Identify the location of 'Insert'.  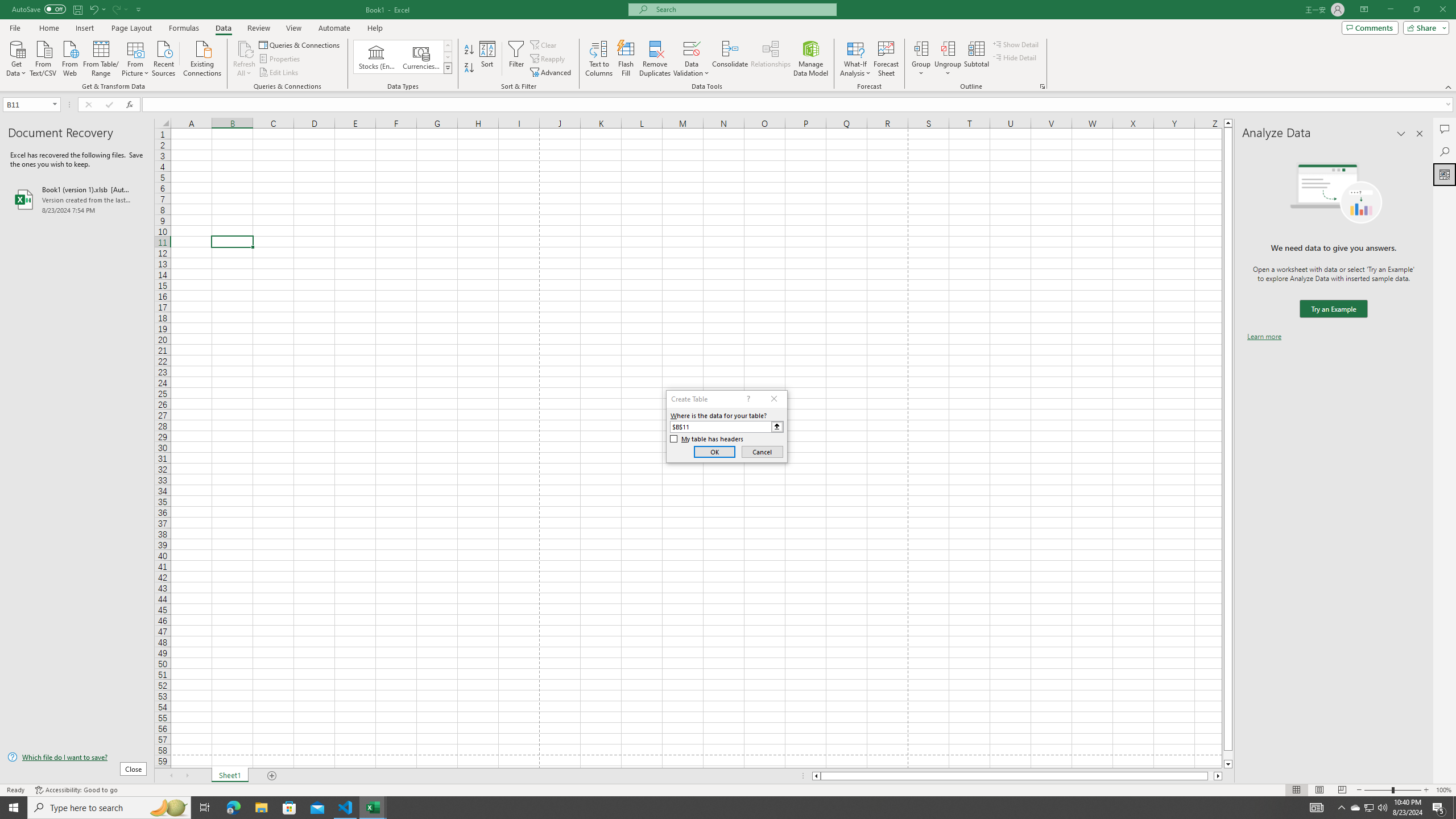
(84, 28).